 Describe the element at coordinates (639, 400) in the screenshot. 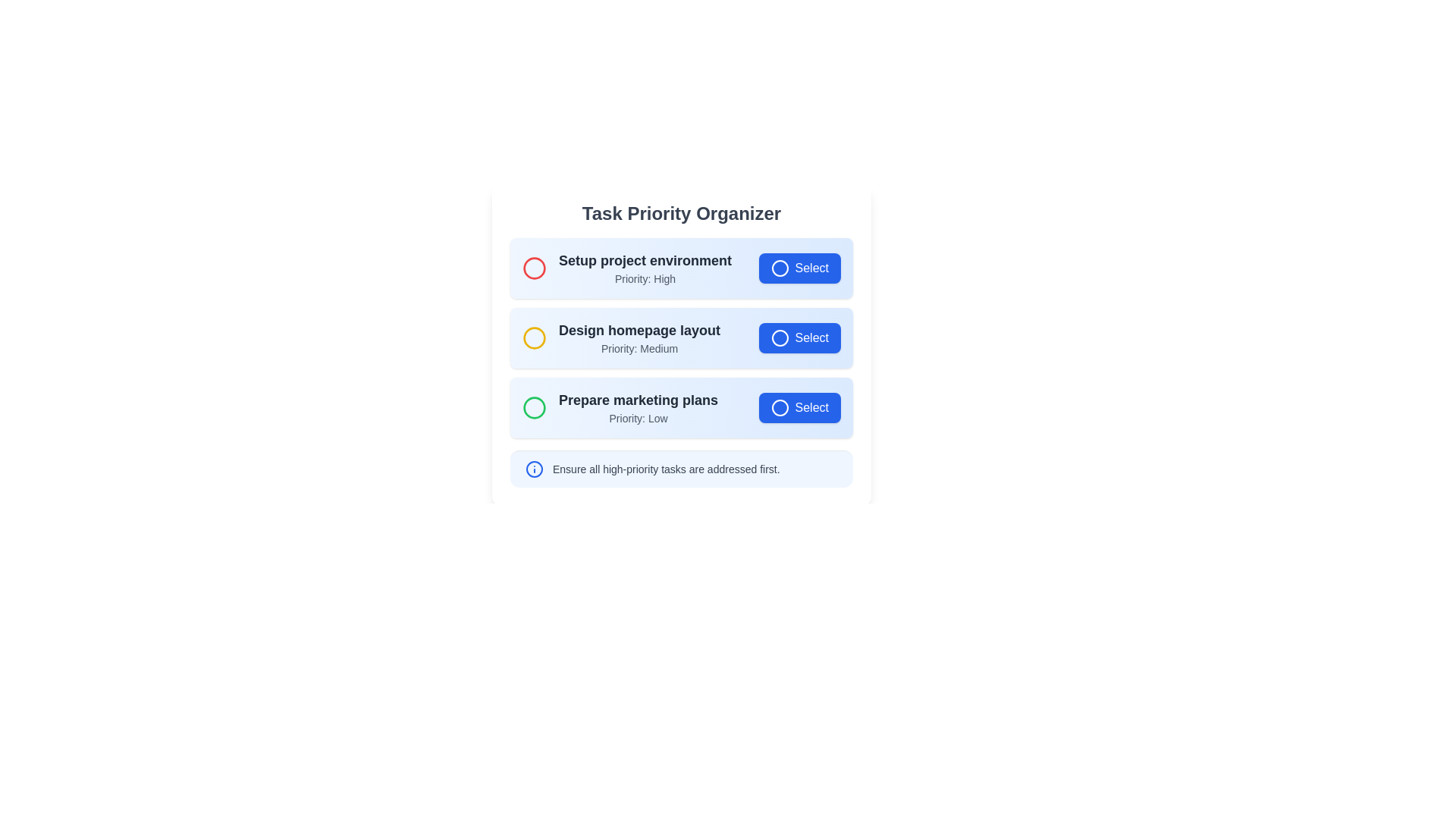

I see `the main text label that identifies the specific task within the third list item of the vertical task priority organizer interface` at that location.